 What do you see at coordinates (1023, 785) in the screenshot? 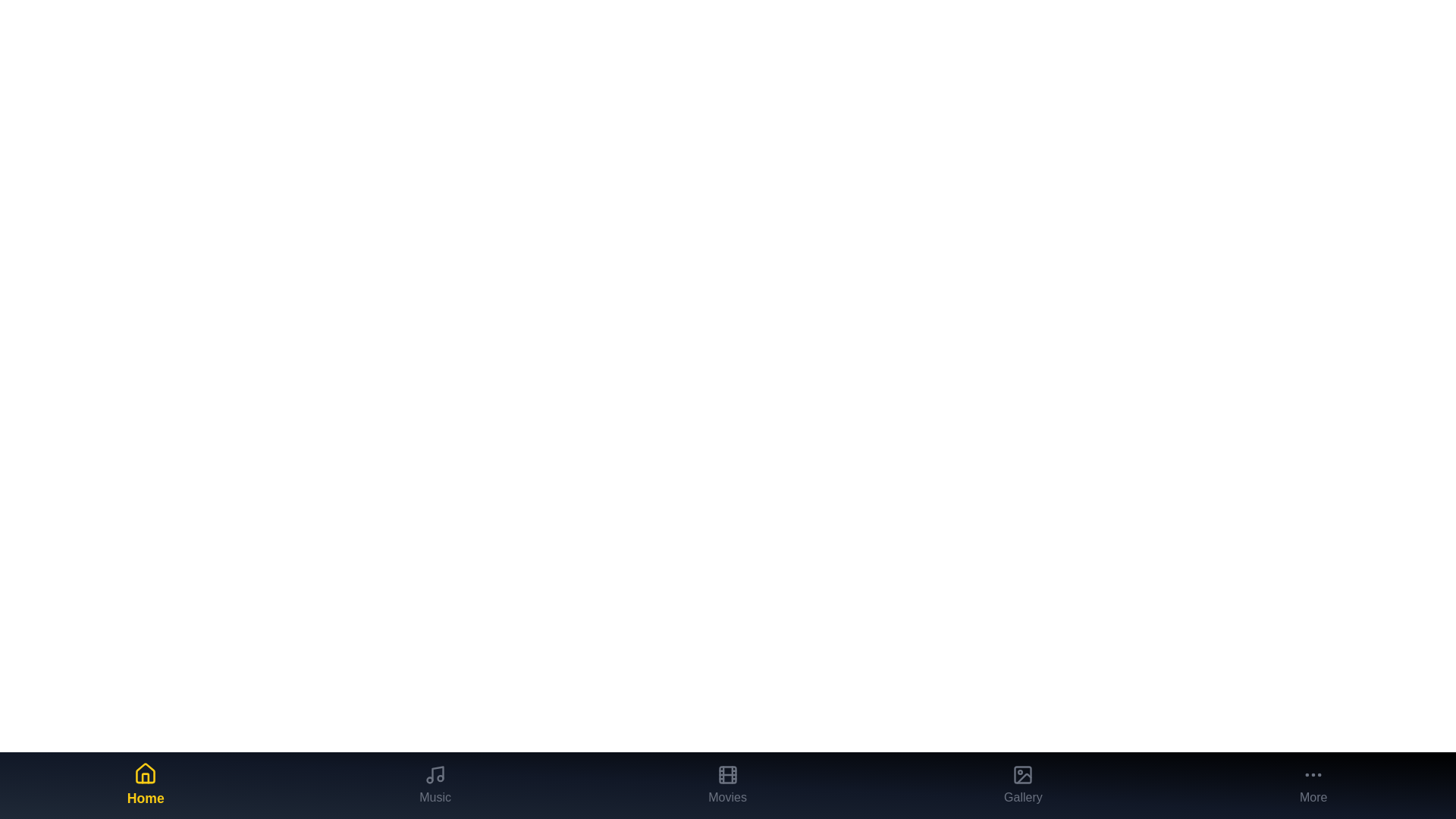
I see `the Gallery tab in the bottom navigation bar` at bounding box center [1023, 785].